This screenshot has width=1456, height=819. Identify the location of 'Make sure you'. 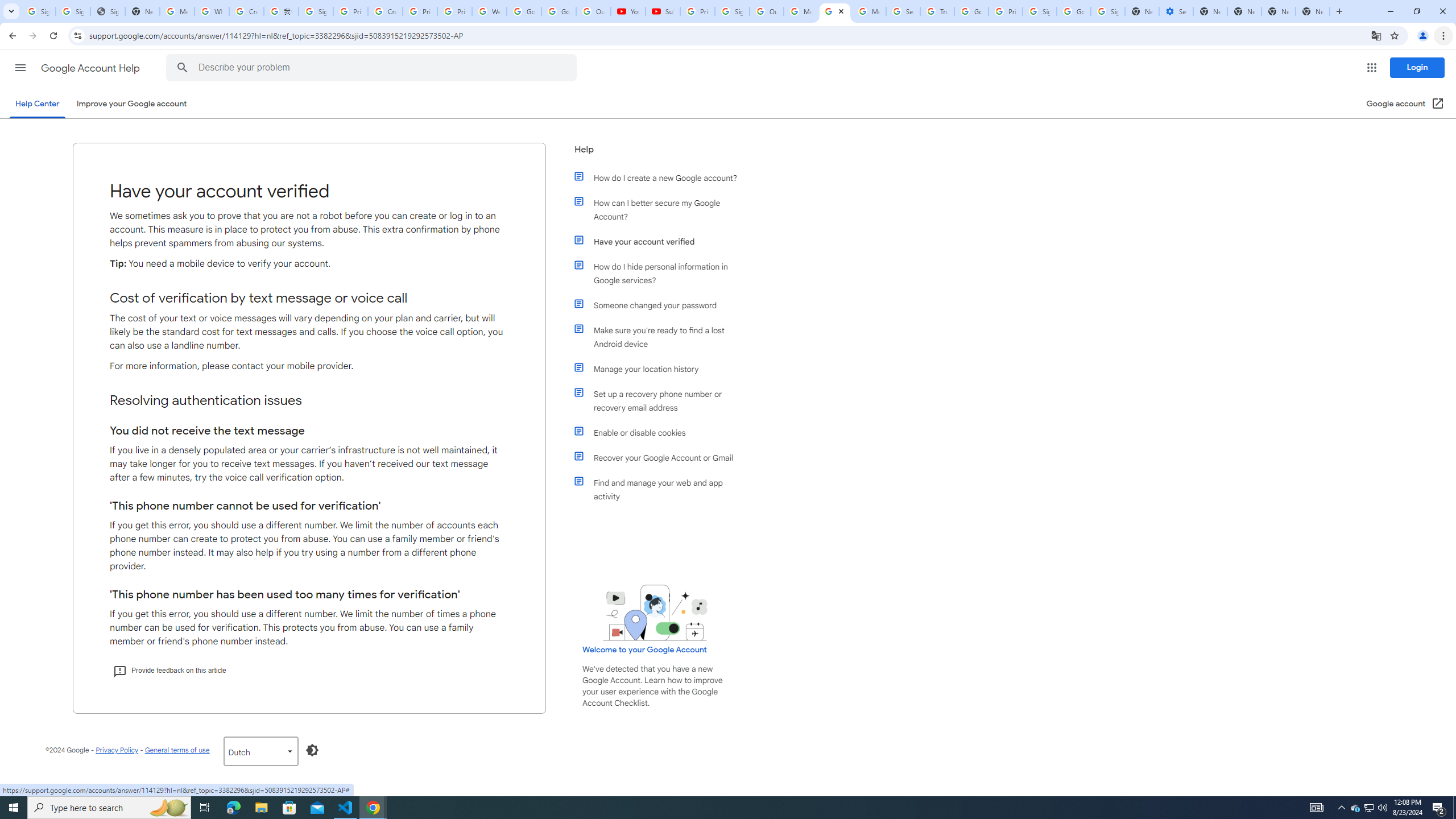
(661, 336).